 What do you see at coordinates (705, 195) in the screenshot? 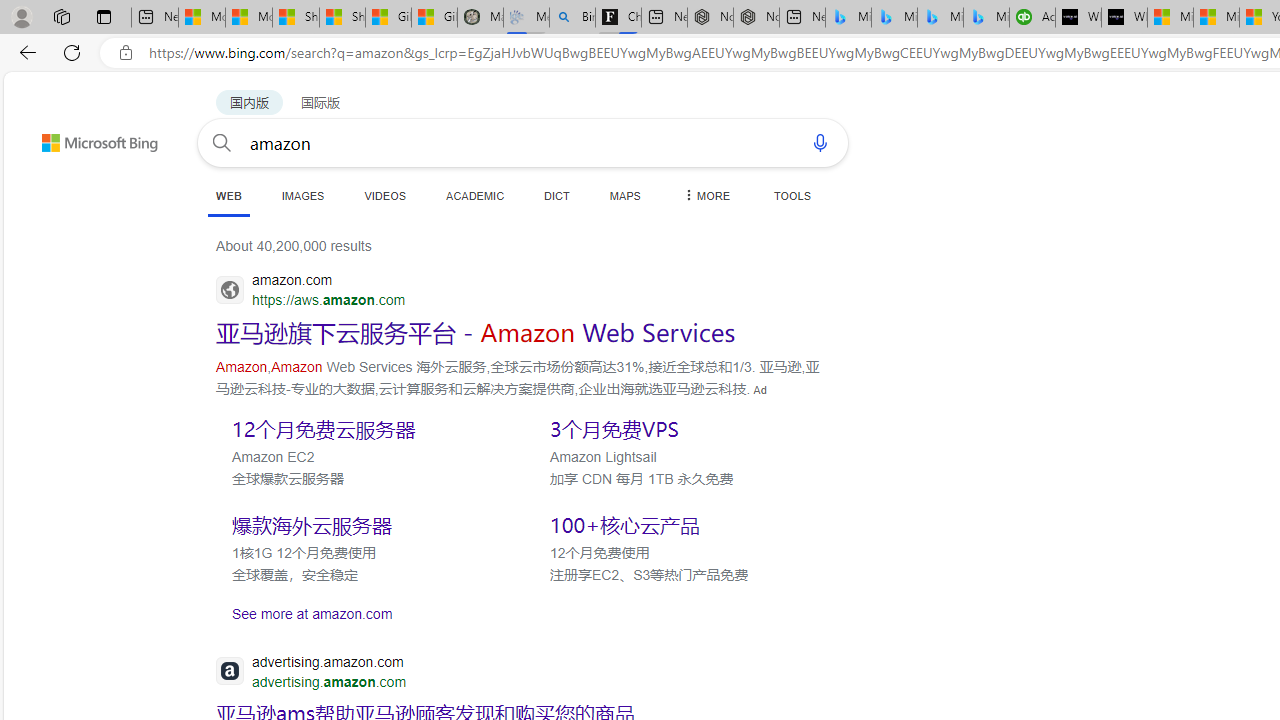
I see `'Dropdown Menu'` at bounding box center [705, 195].